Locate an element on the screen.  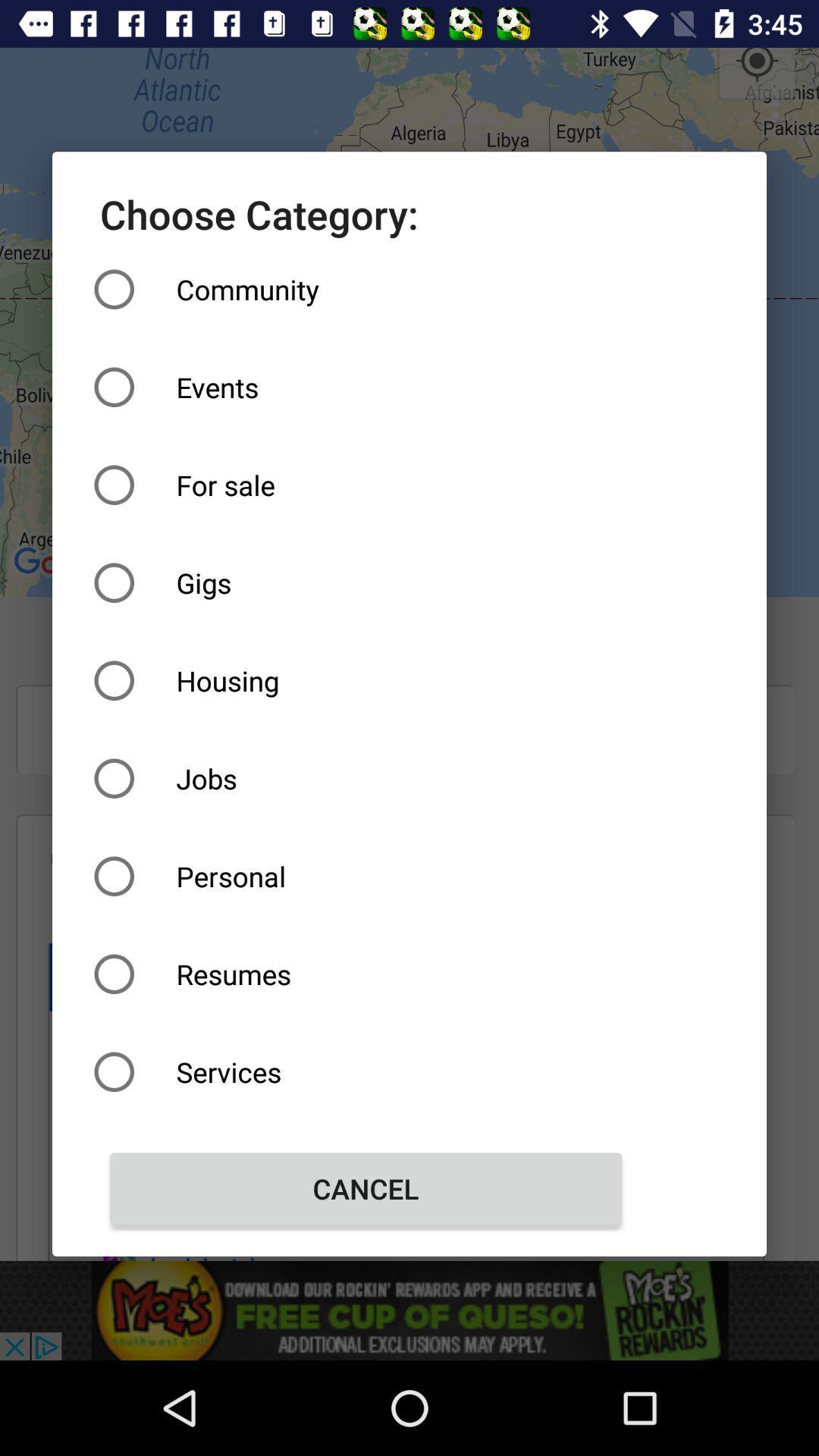
for sale icon is located at coordinates (366, 484).